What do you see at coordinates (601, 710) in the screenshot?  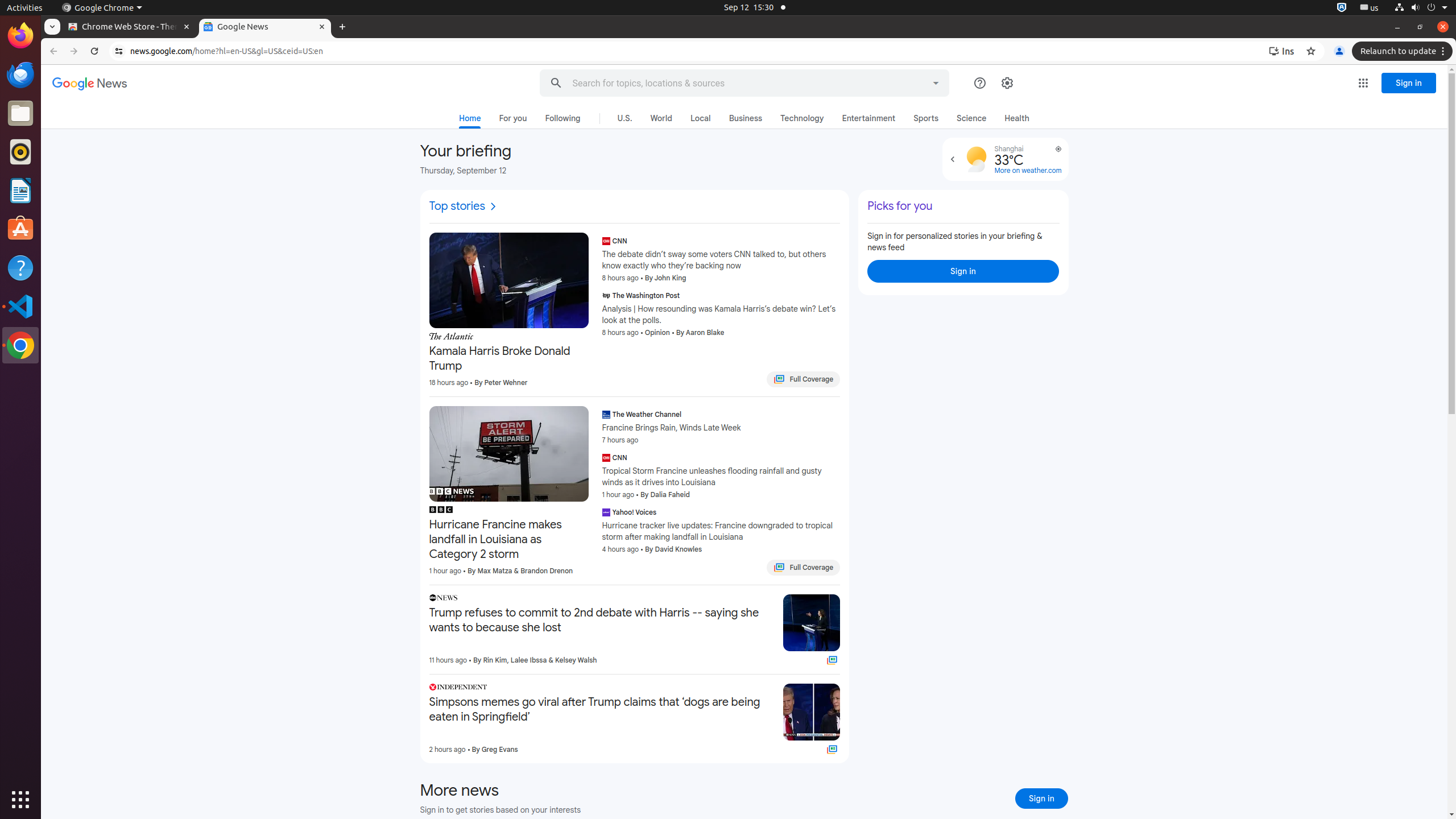 I see `'Simpsons memes go viral after Trump claims that ‘dogs are being eaten in Springfield’'` at bounding box center [601, 710].